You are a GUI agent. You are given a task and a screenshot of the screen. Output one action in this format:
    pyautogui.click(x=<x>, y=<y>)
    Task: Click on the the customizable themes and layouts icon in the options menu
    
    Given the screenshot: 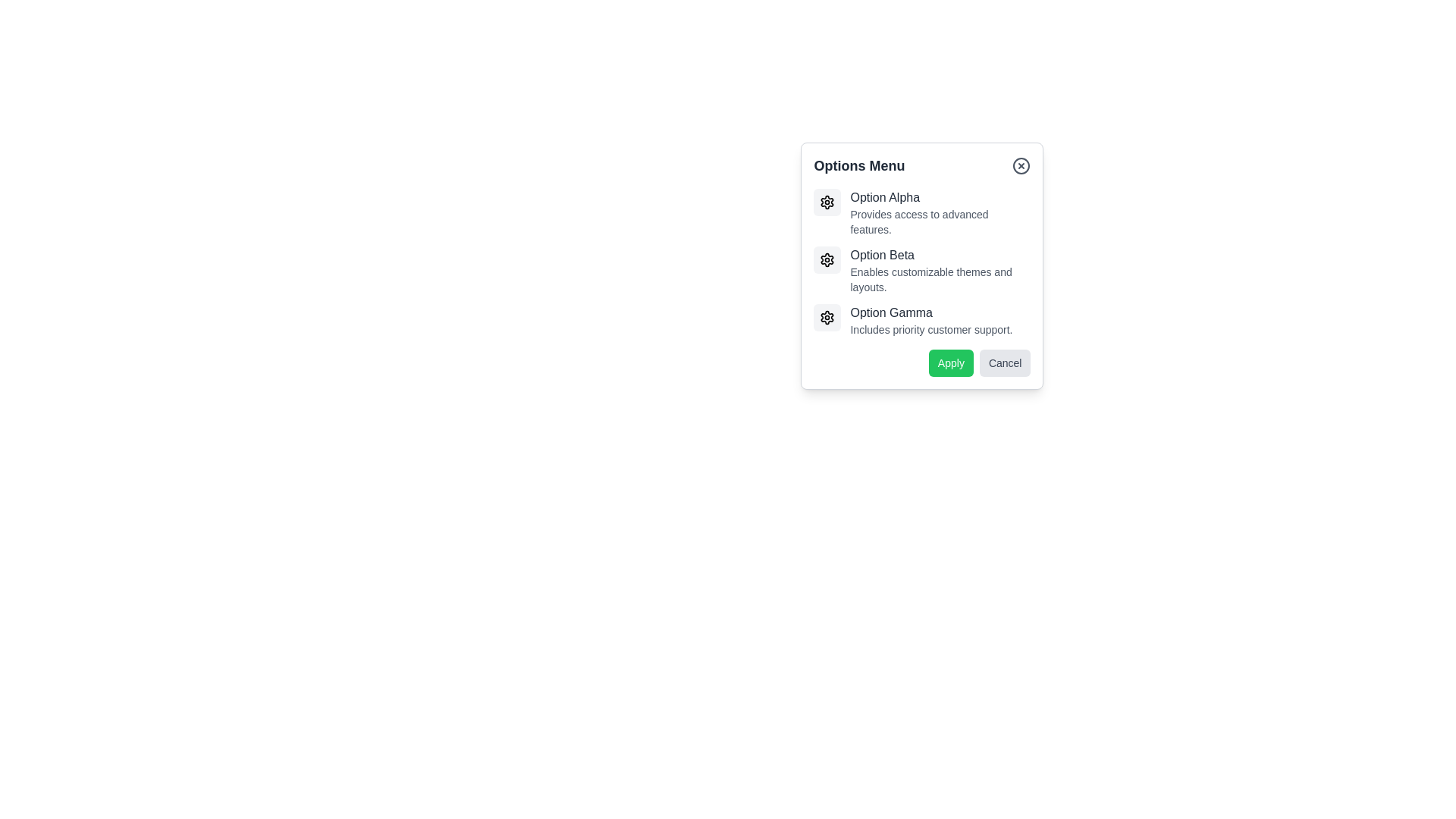 What is the action you would take?
    pyautogui.click(x=827, y=201)
    